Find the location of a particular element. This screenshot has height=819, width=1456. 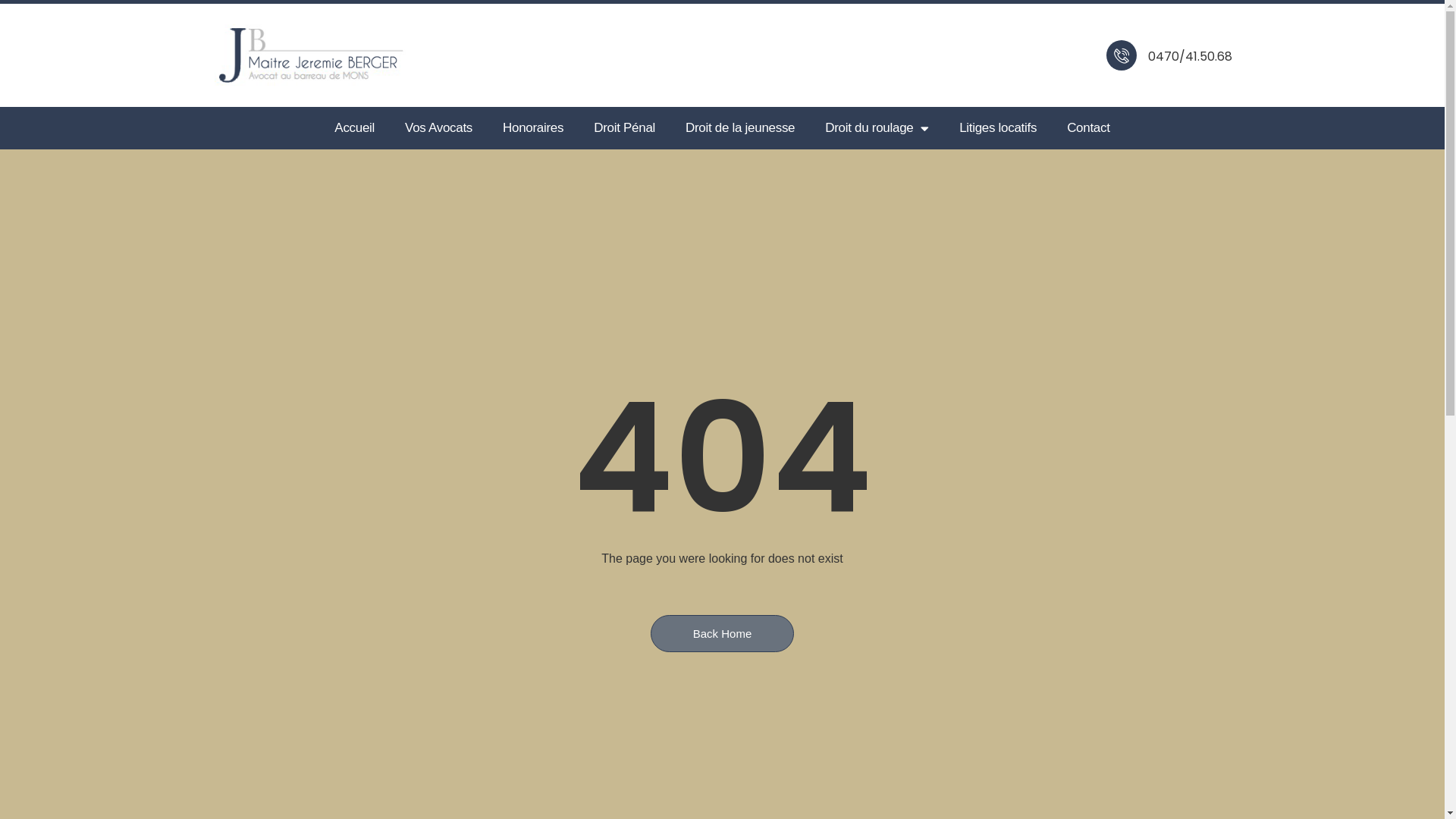

'Back Home' is located at coordinates (722, 633).